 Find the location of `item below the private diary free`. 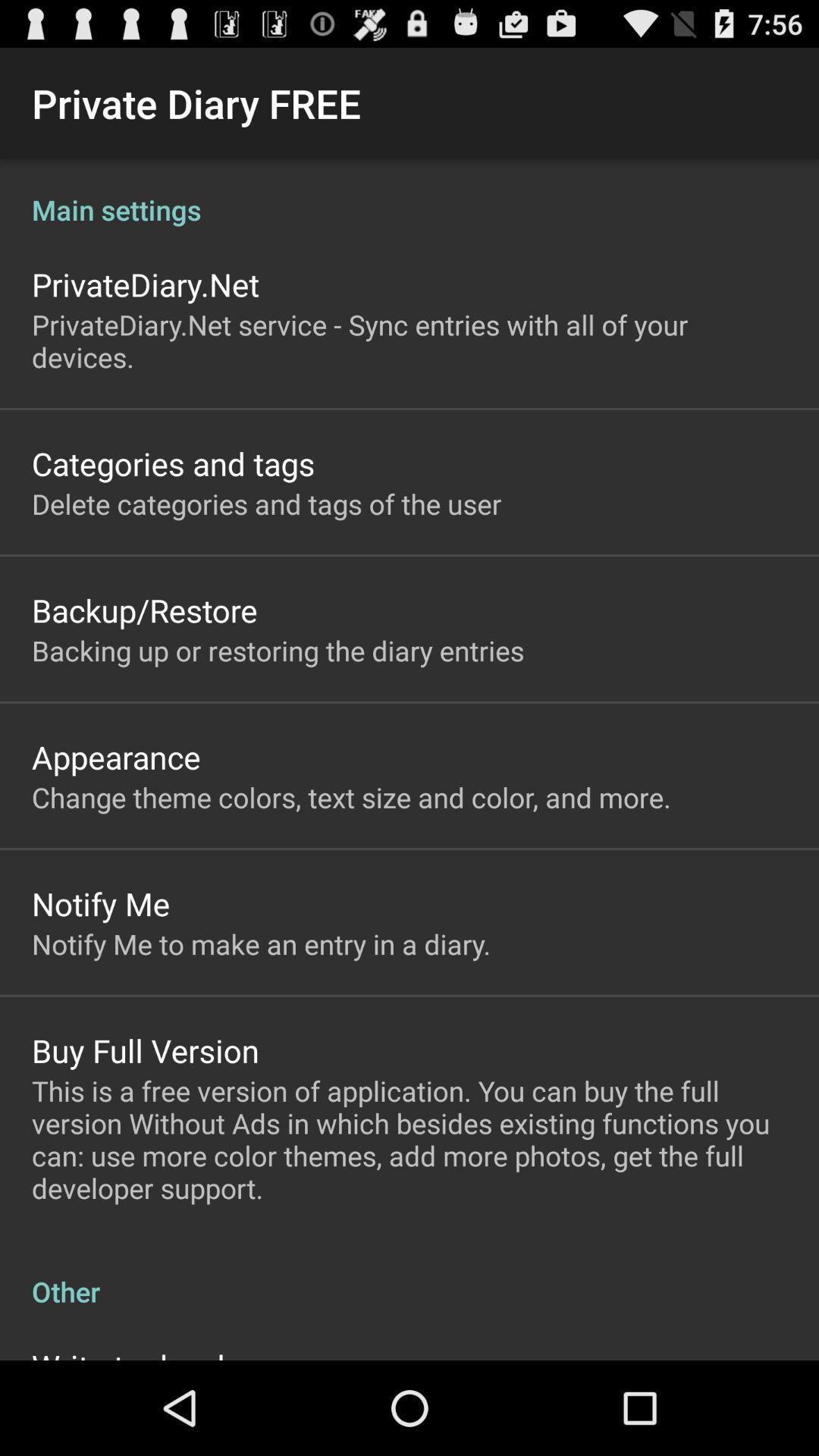

item below the private diary free is located at coordinates (409, 193).